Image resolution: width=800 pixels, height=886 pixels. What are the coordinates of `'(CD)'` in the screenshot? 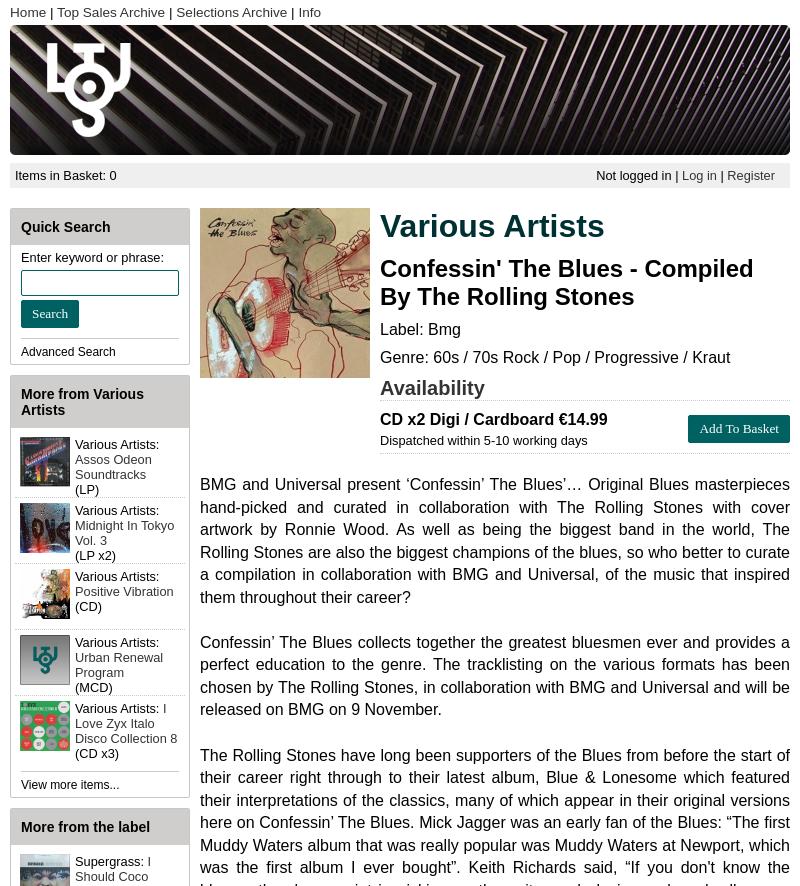 It's located at (75, 605).